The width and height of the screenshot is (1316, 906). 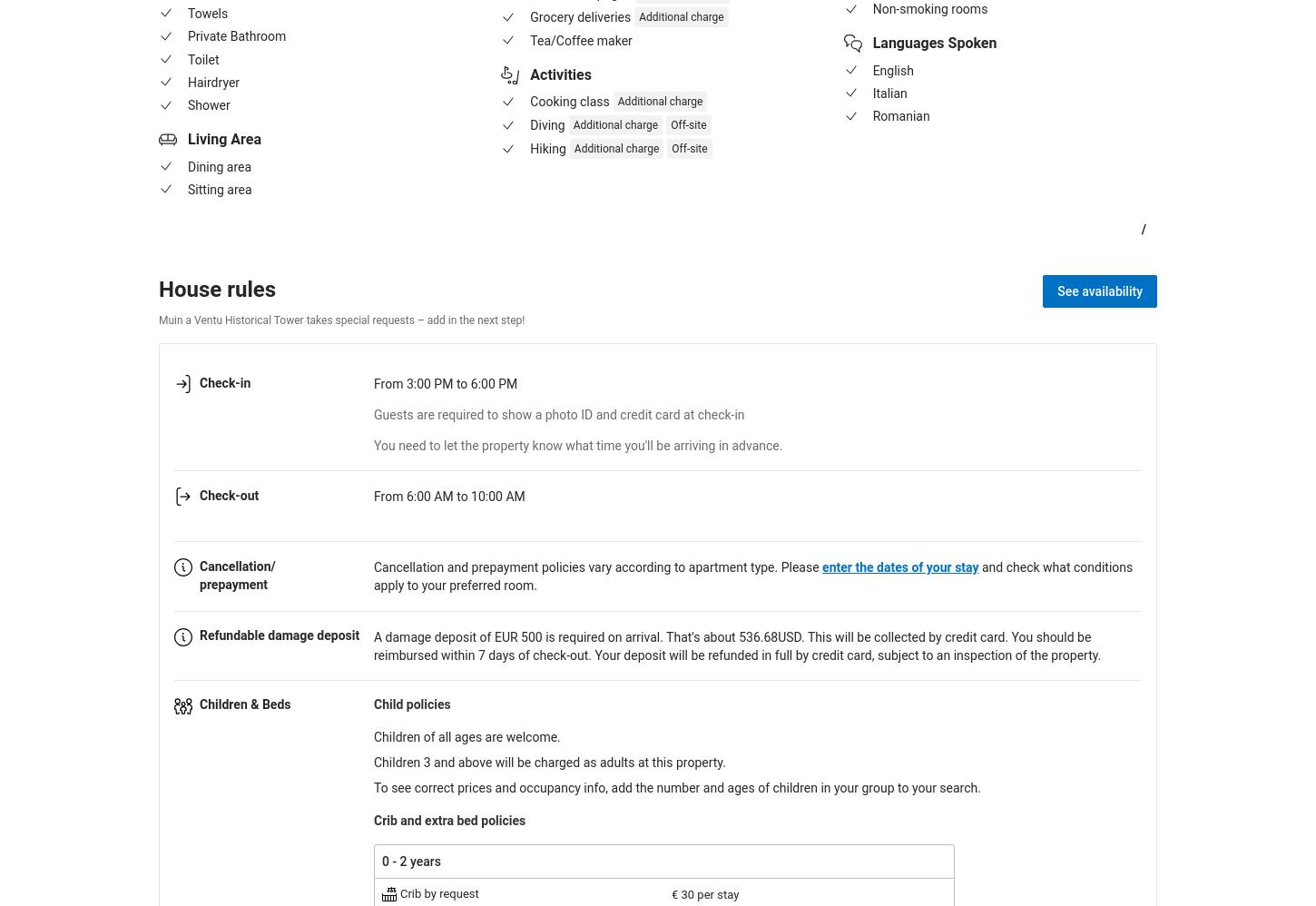 What do you see at coordinates (530, 74) in the screenshot?
I see `'Activities'` at bounding box center [530, 74].